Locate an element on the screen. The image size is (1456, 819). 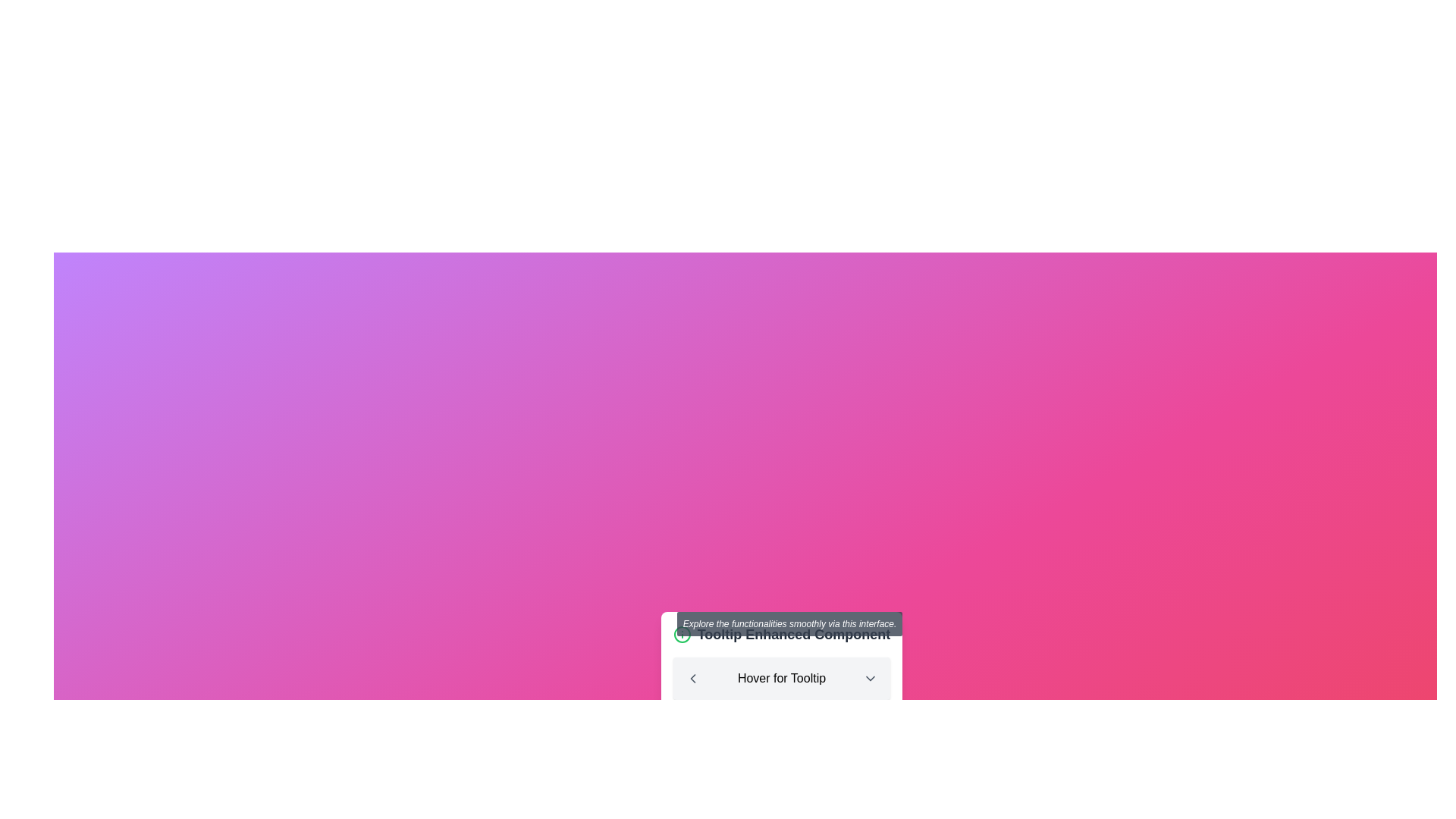
the left-pointing chevron icon button, which is gray and styled with a cursor pointer is located at coordinates (692, 677).